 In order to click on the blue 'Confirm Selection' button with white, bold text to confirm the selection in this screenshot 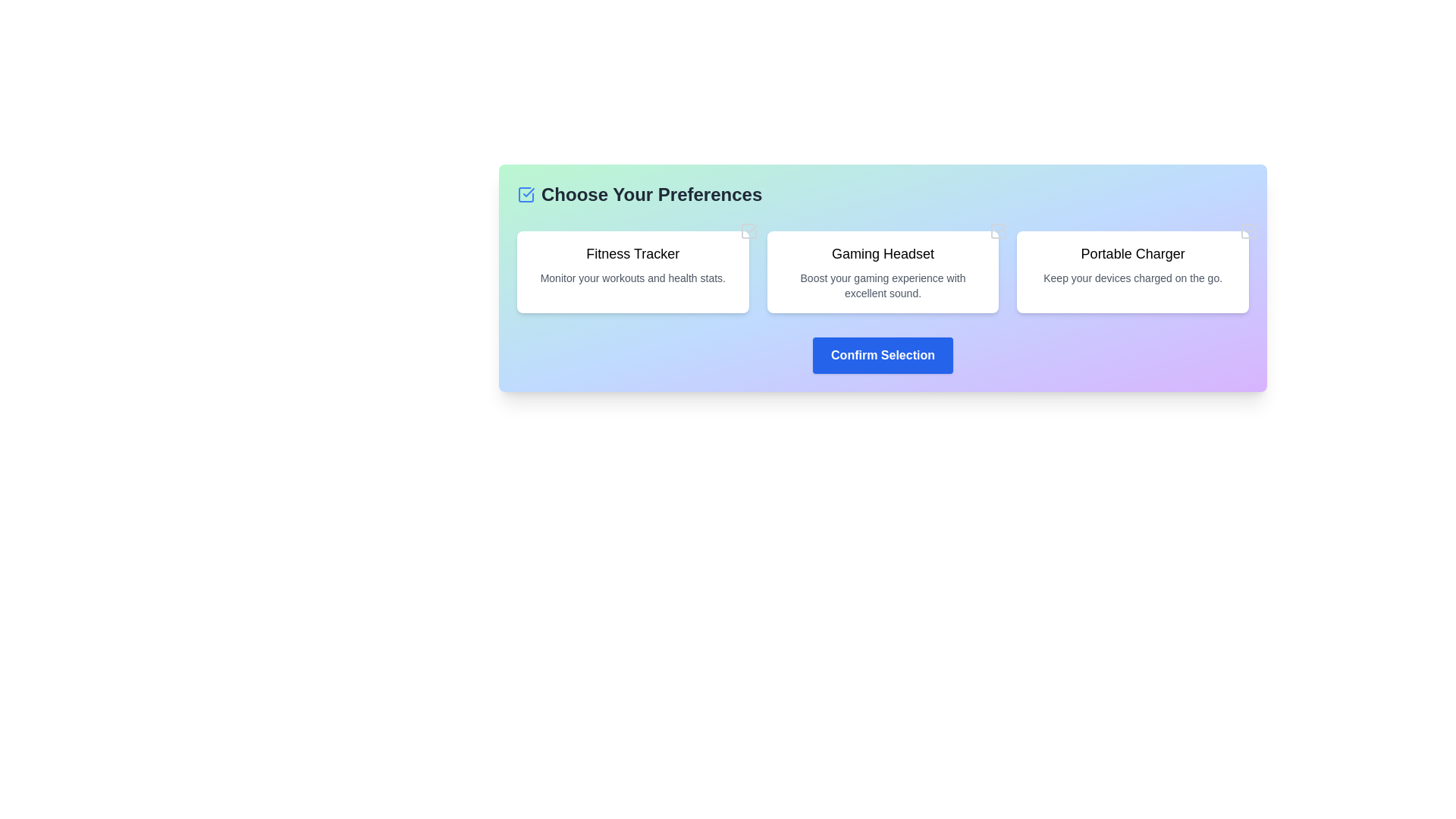, I will do `click(883, 356)`.